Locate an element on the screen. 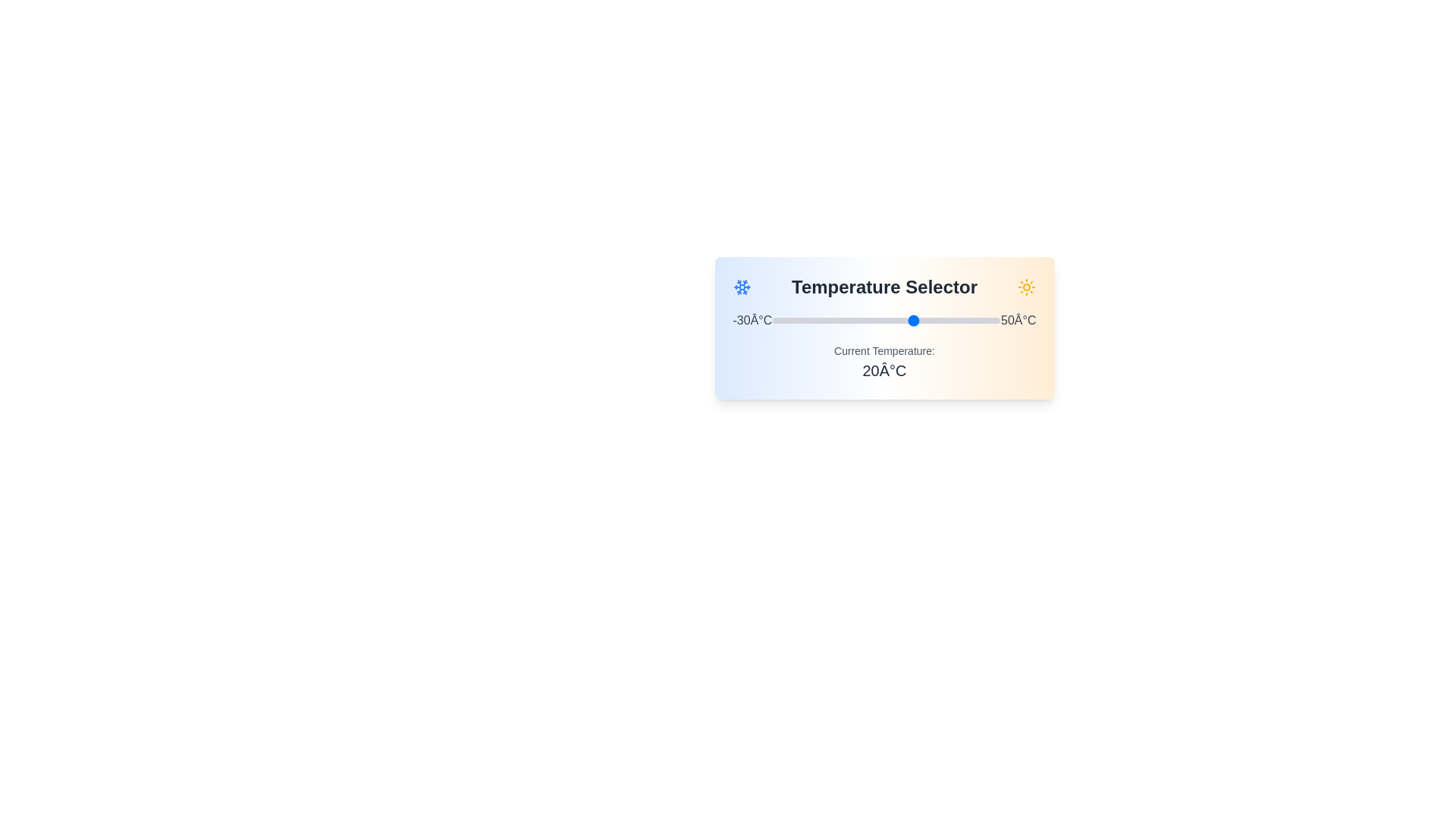  the temperature is located at coordinates (946, 320).